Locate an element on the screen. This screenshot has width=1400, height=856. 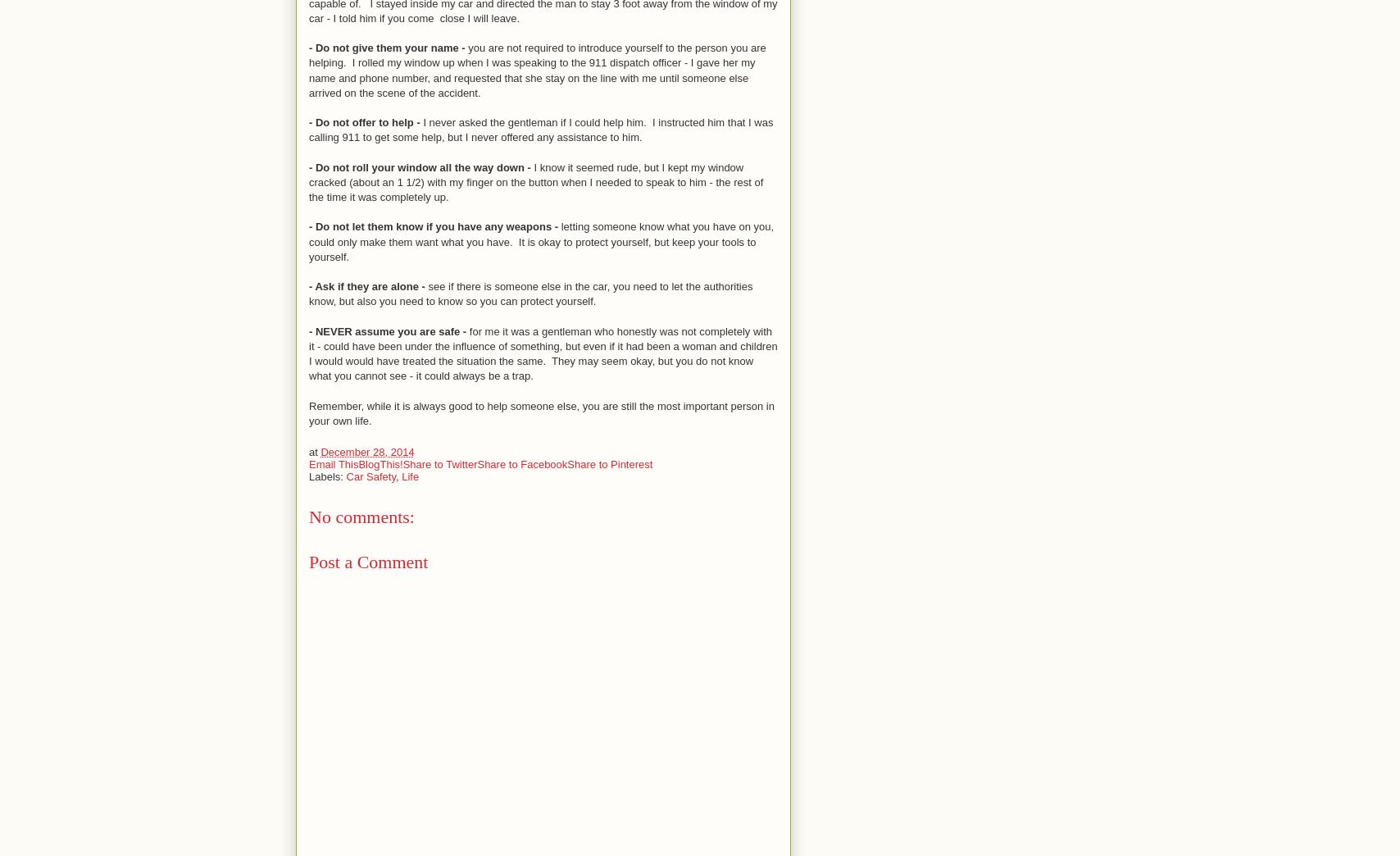
'No comments:' is located at coordinates (361, 516).